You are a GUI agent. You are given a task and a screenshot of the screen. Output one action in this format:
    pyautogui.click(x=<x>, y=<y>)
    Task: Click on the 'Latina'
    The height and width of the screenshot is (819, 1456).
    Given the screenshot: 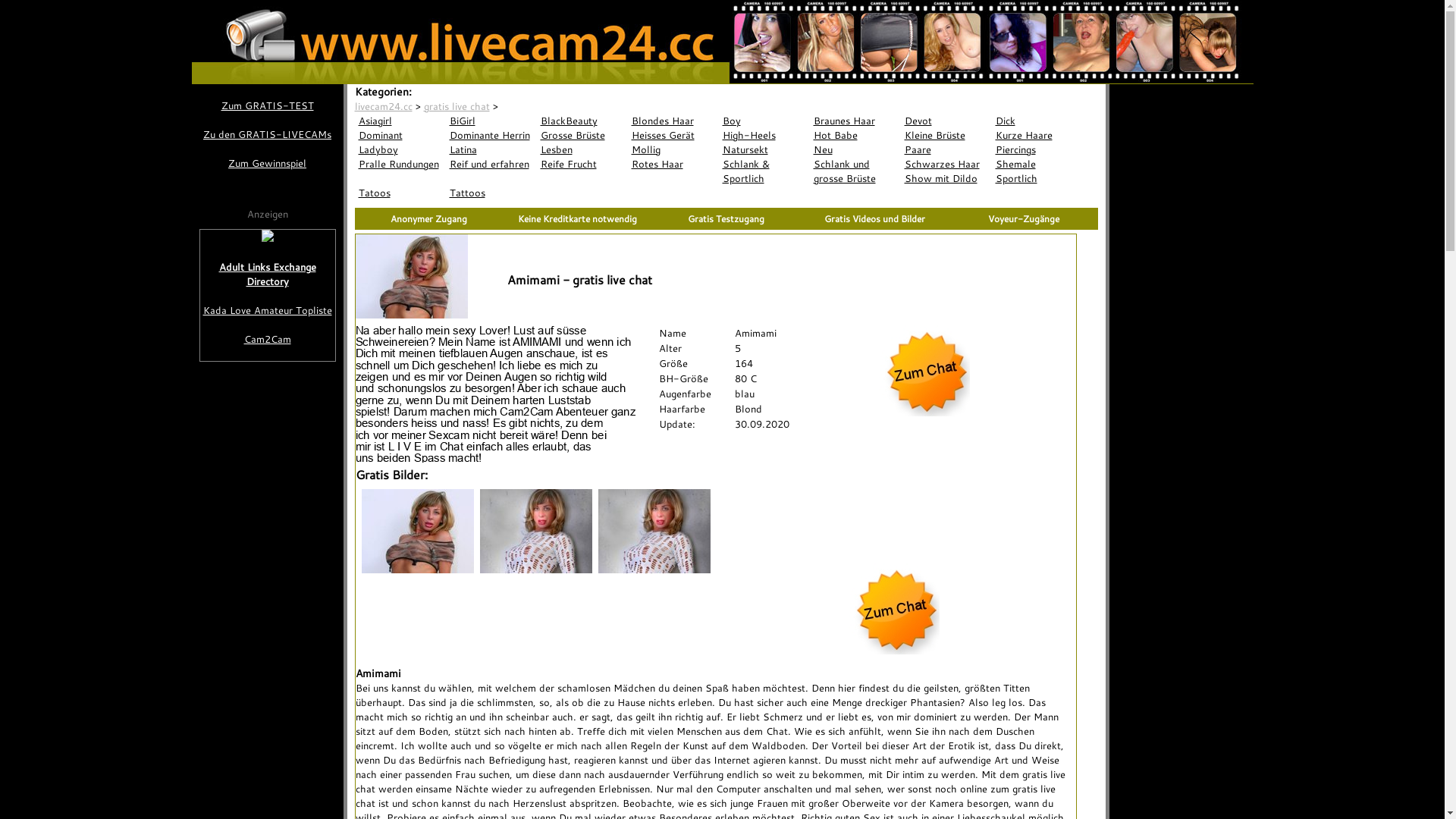 What is the action you would take?
    pyautogui.click(x=491, y=149)
    